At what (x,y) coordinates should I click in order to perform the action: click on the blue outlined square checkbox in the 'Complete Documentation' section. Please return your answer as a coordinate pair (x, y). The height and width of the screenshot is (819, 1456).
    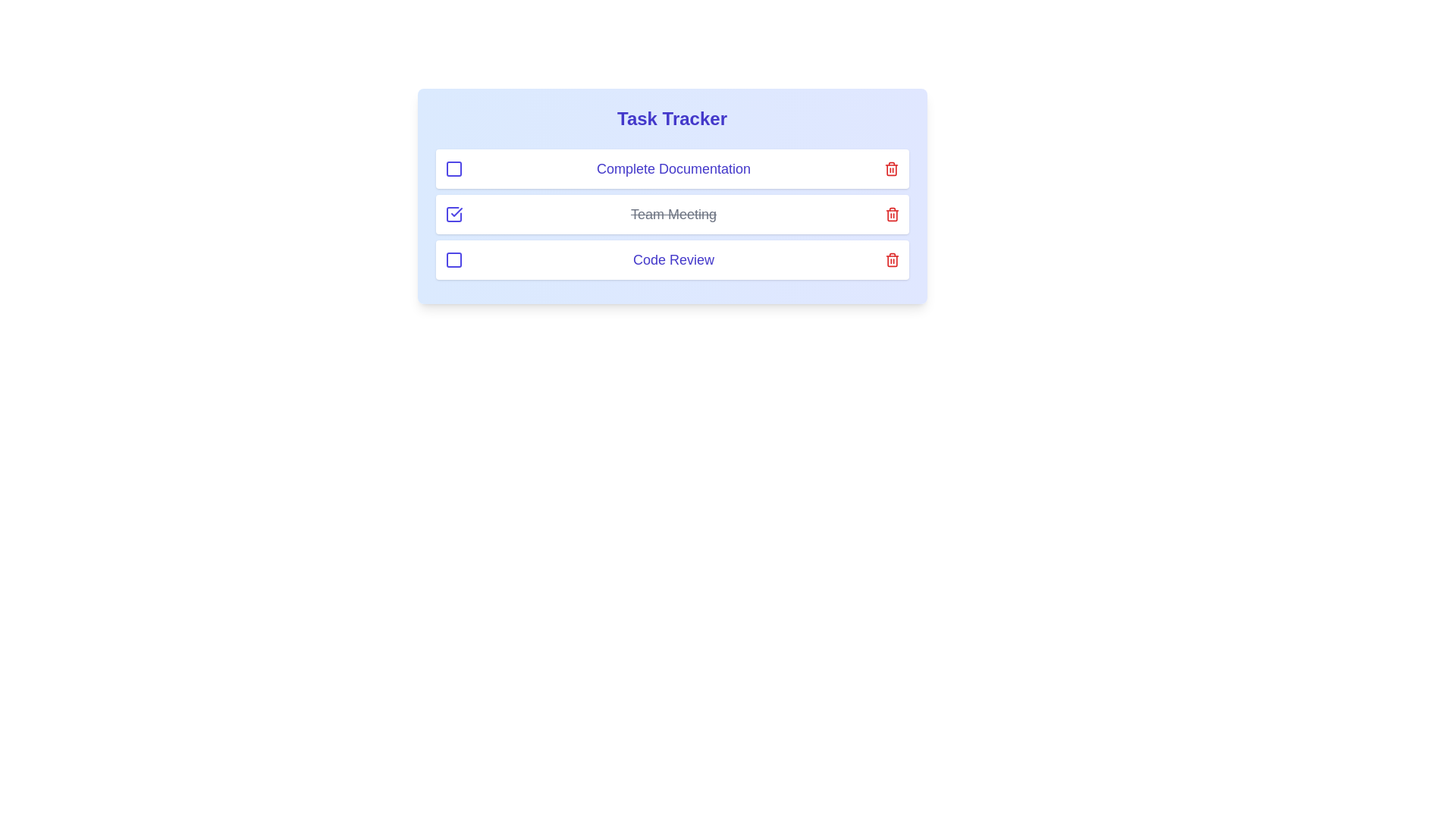
    Looking at the image, I should click on (453, 169).